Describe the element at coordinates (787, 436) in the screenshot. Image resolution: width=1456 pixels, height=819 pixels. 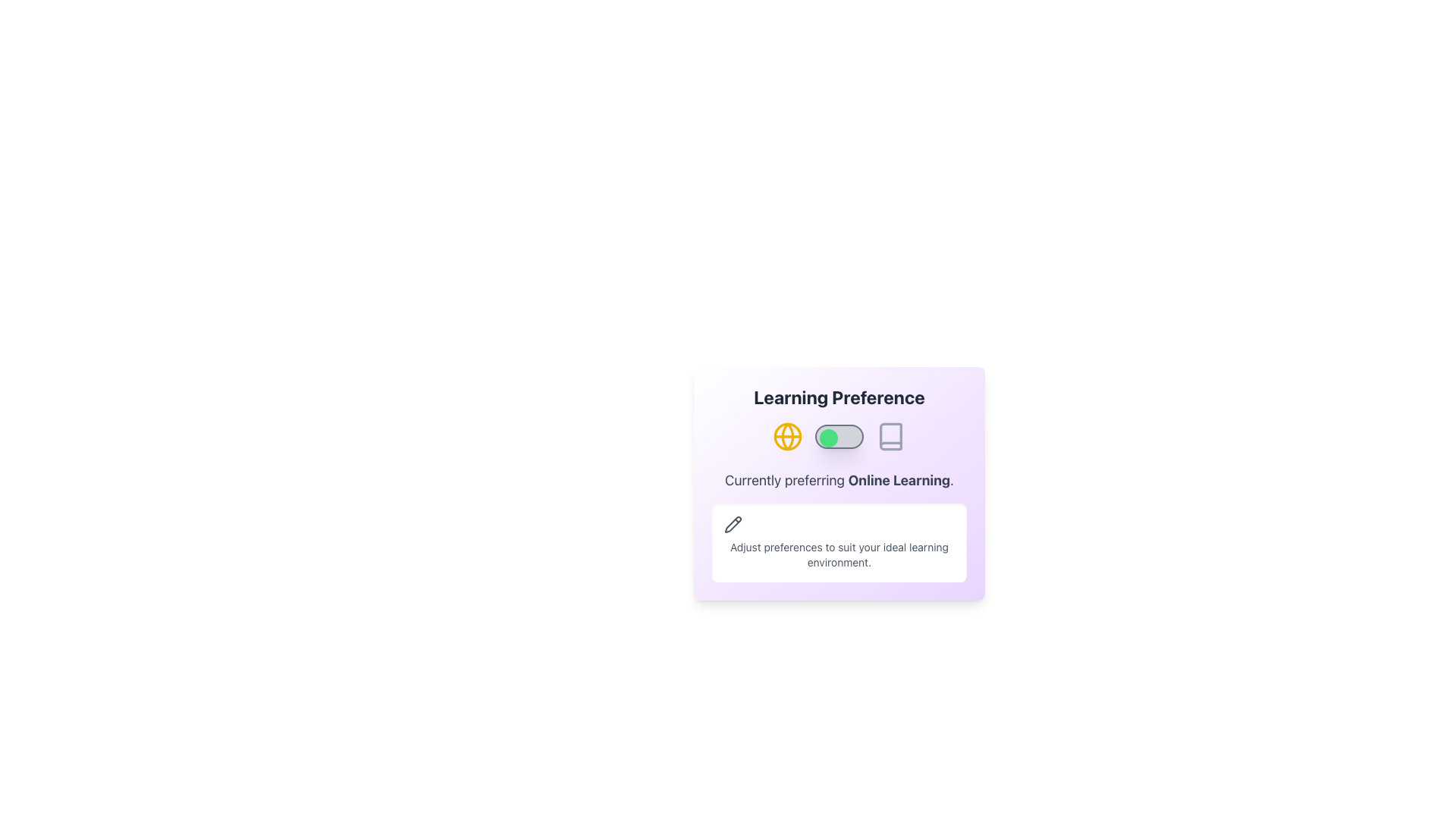
I see `the yellow circular globe icon located inside a compact interface component, positioned to the left of a toggle switch near the top of the context interface` at that location.